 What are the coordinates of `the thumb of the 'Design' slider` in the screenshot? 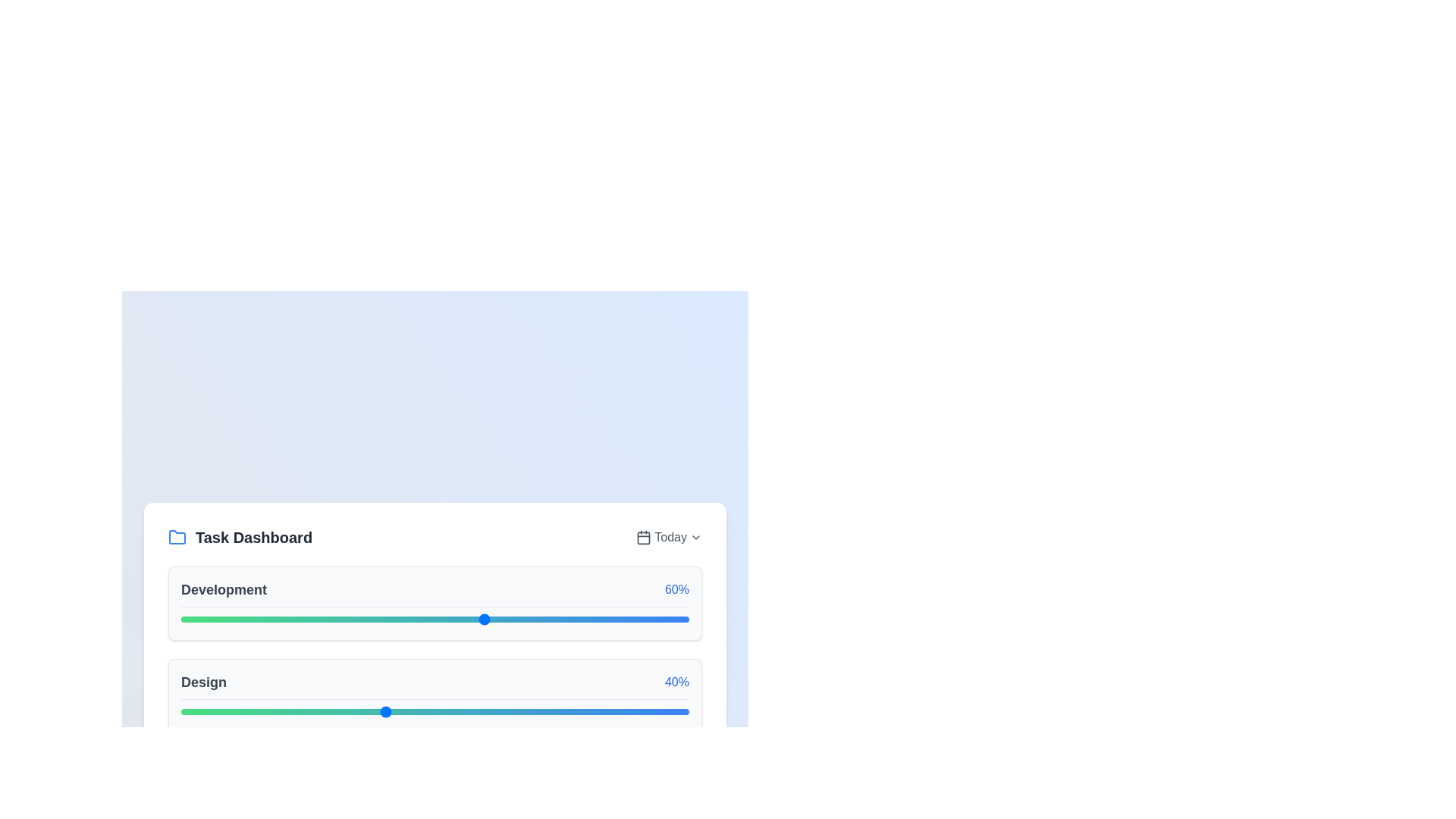 It's located at (435, 711).